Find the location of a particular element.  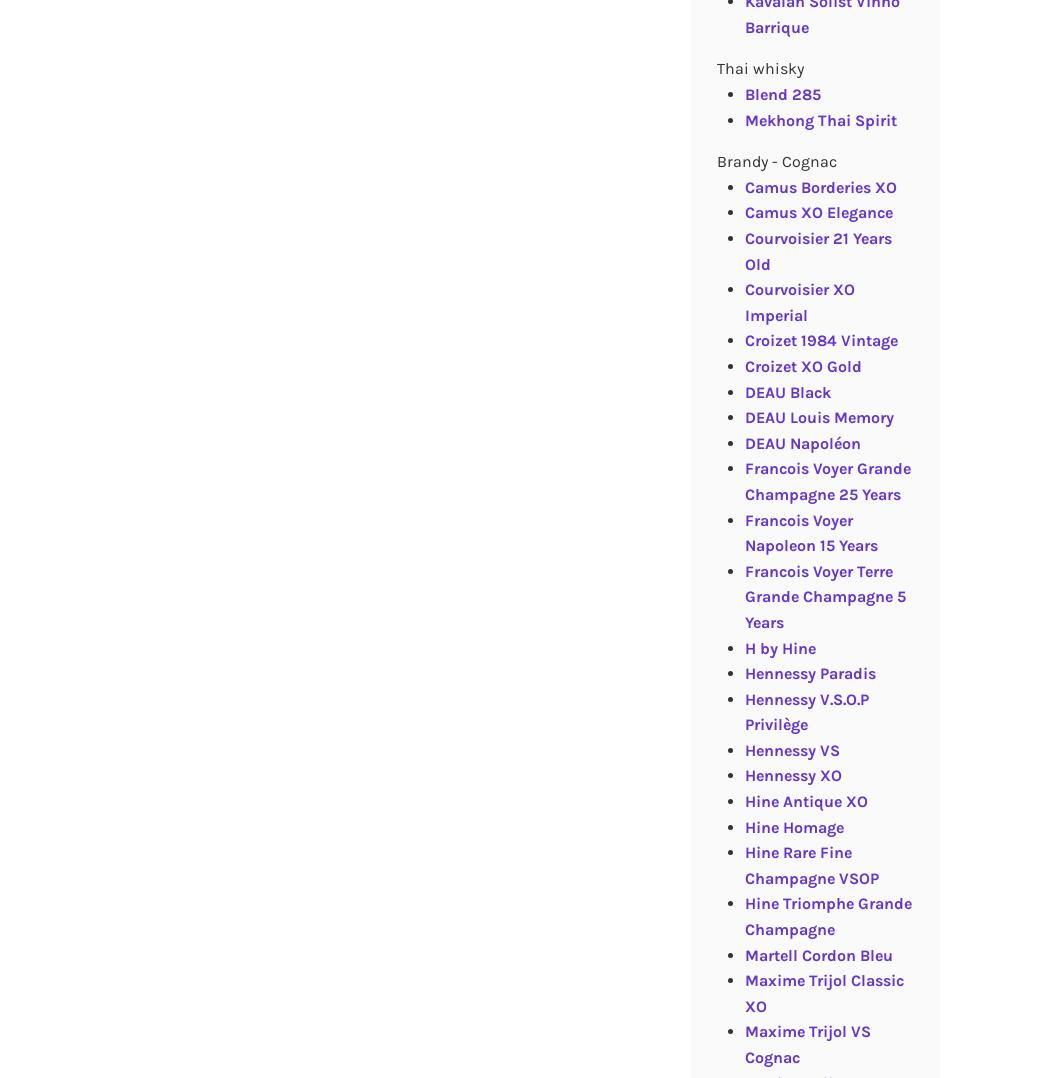

'Hine Antique XO' is located at coordinates (804, 800).